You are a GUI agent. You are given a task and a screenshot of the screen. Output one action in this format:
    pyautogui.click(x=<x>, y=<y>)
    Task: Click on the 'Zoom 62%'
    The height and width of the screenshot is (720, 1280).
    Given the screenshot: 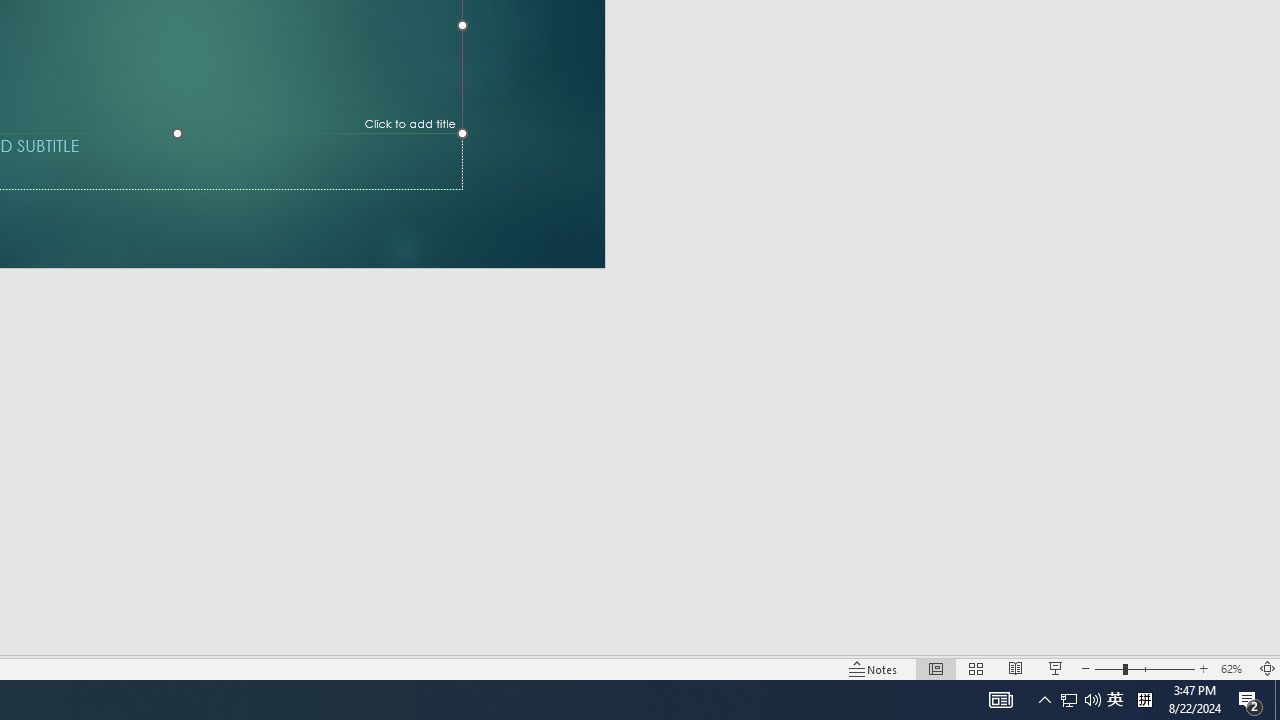 What is the action you would take?
    pyautogui.click(x=1233, y=669)
    